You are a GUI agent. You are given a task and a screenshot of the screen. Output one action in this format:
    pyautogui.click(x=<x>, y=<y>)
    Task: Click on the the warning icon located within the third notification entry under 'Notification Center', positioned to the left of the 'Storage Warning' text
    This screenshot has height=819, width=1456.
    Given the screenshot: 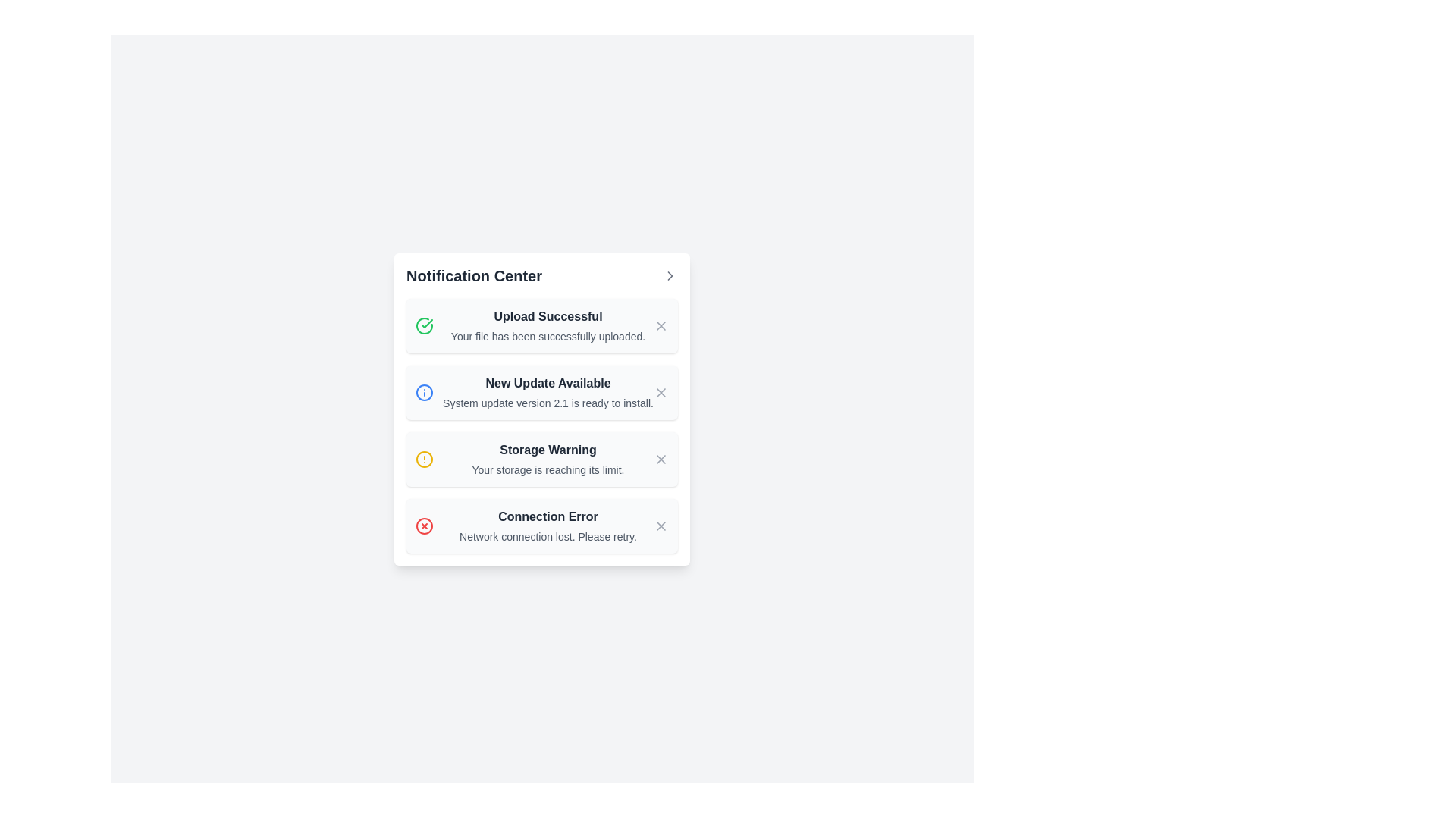 What is the action you would take?
    pyautogui.click(x=425, y=458)
    